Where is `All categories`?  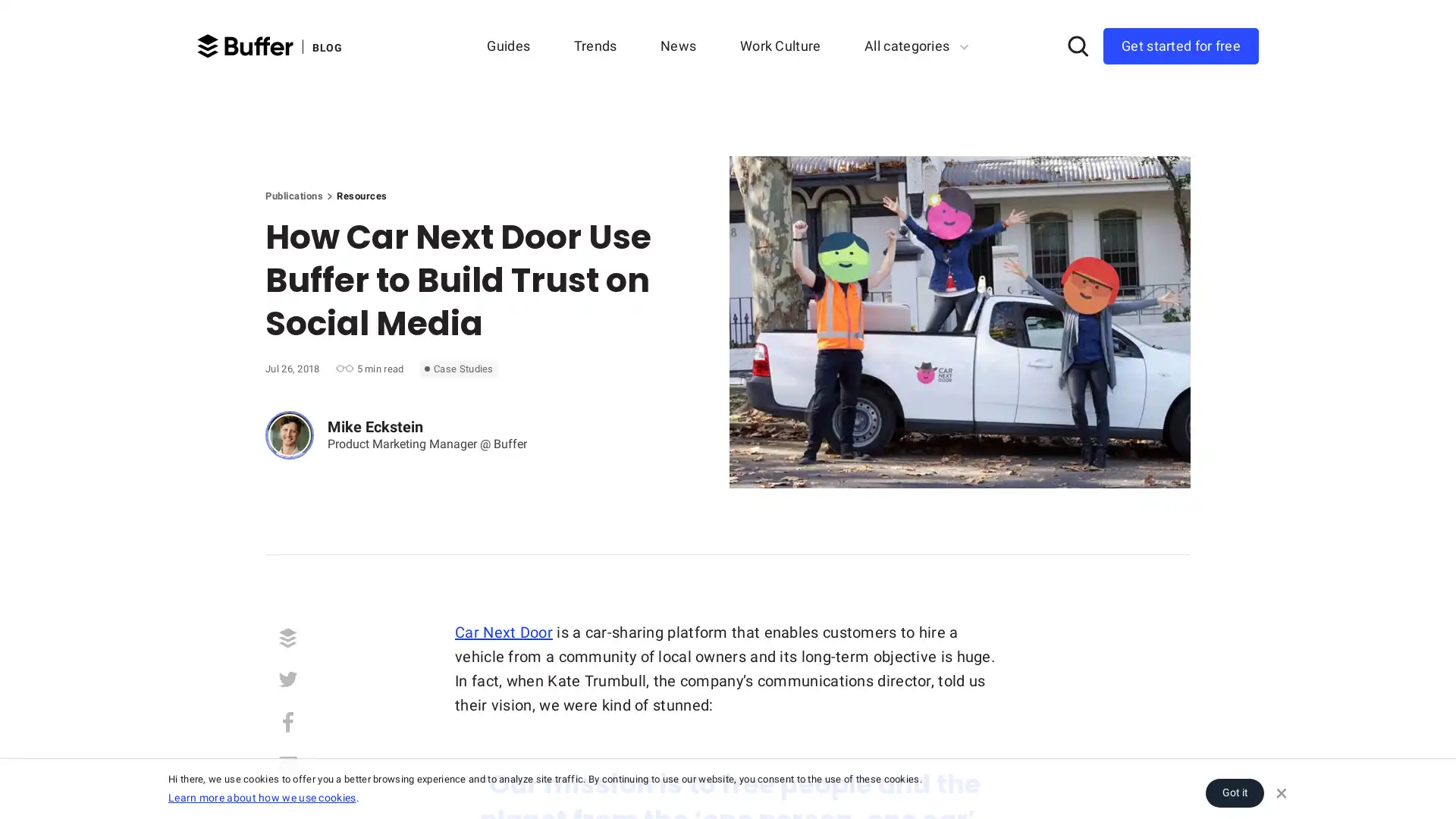 All categories is located at coordinates (915, 45).